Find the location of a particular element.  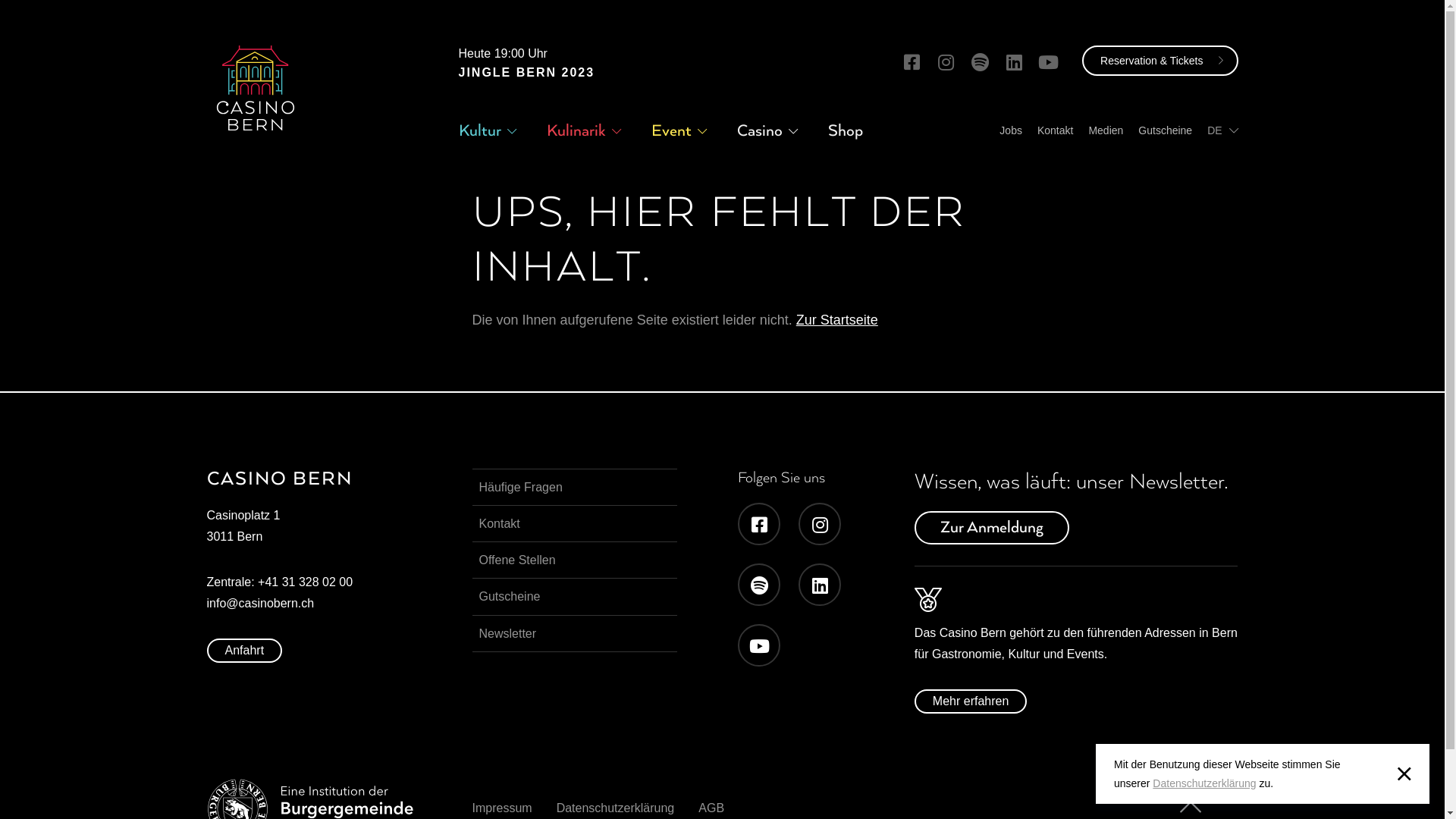

'Zur Anmeldung' is located at coordinates (992, 526).